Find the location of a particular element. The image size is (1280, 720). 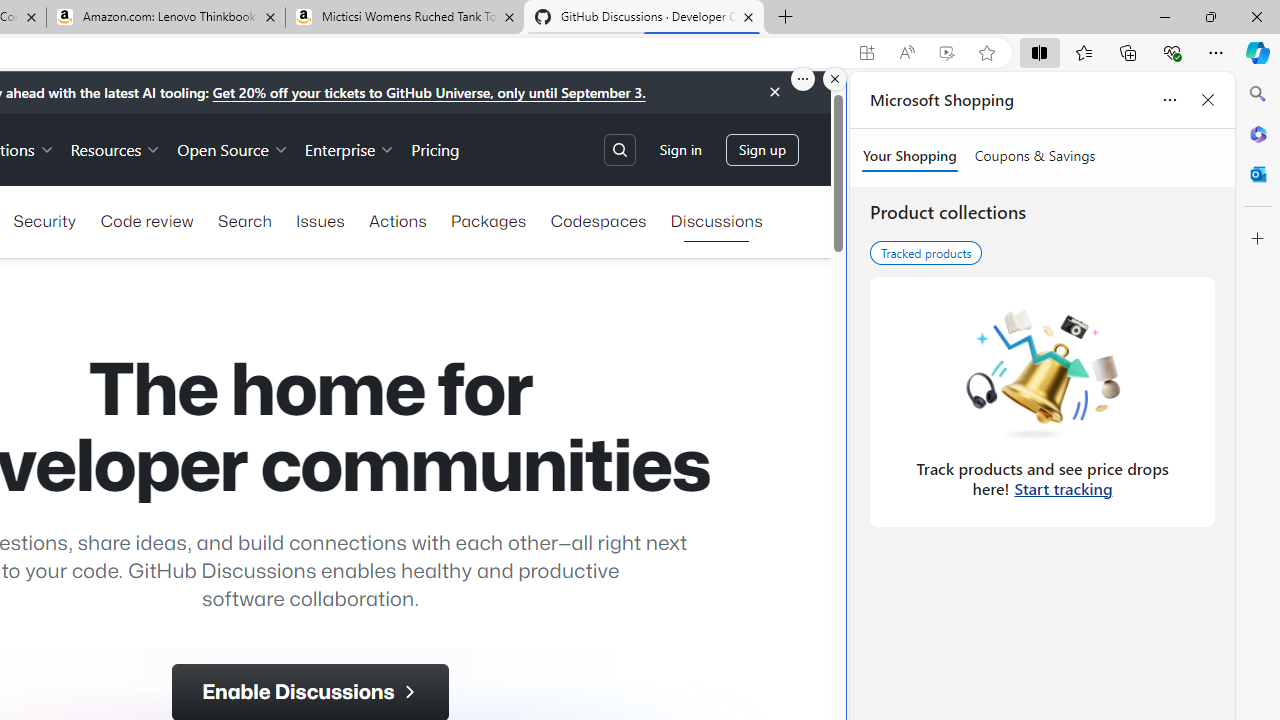

'Enterprise' is located at coordinates (350, 148).